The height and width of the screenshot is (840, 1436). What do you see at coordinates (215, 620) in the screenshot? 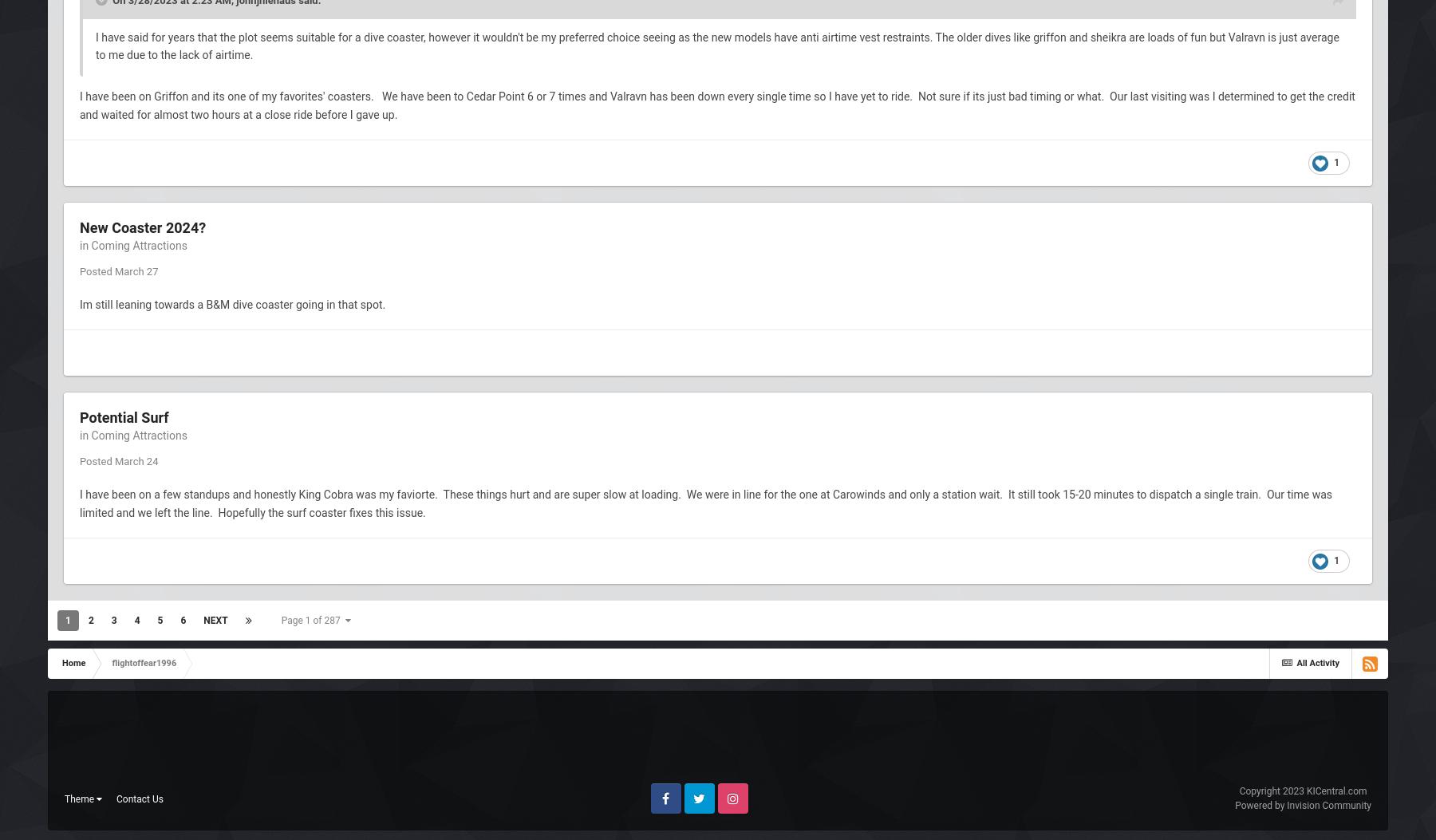
I see `'Next'` at bounding box center [215, 620].